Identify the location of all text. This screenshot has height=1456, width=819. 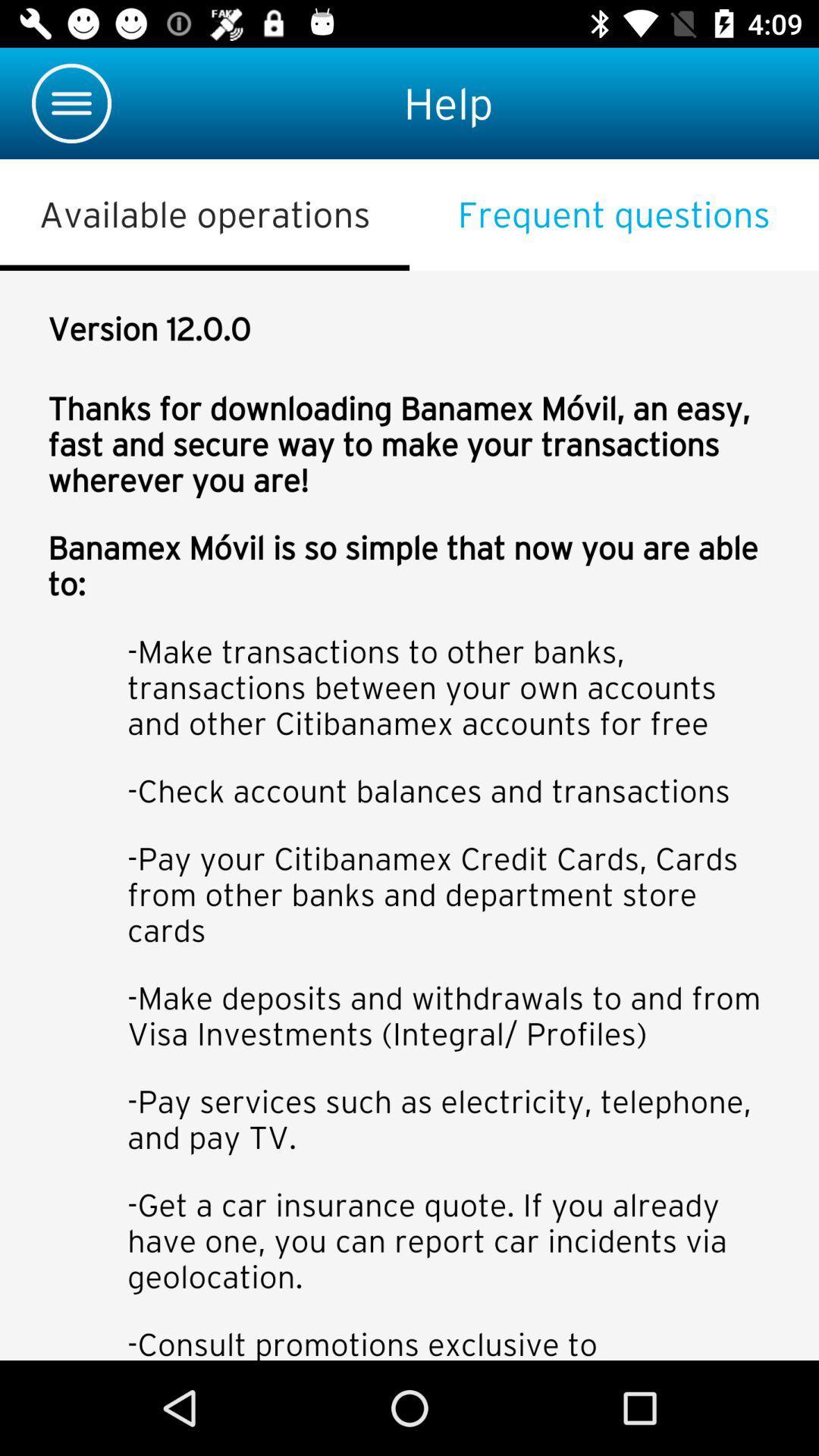
(409, 814).